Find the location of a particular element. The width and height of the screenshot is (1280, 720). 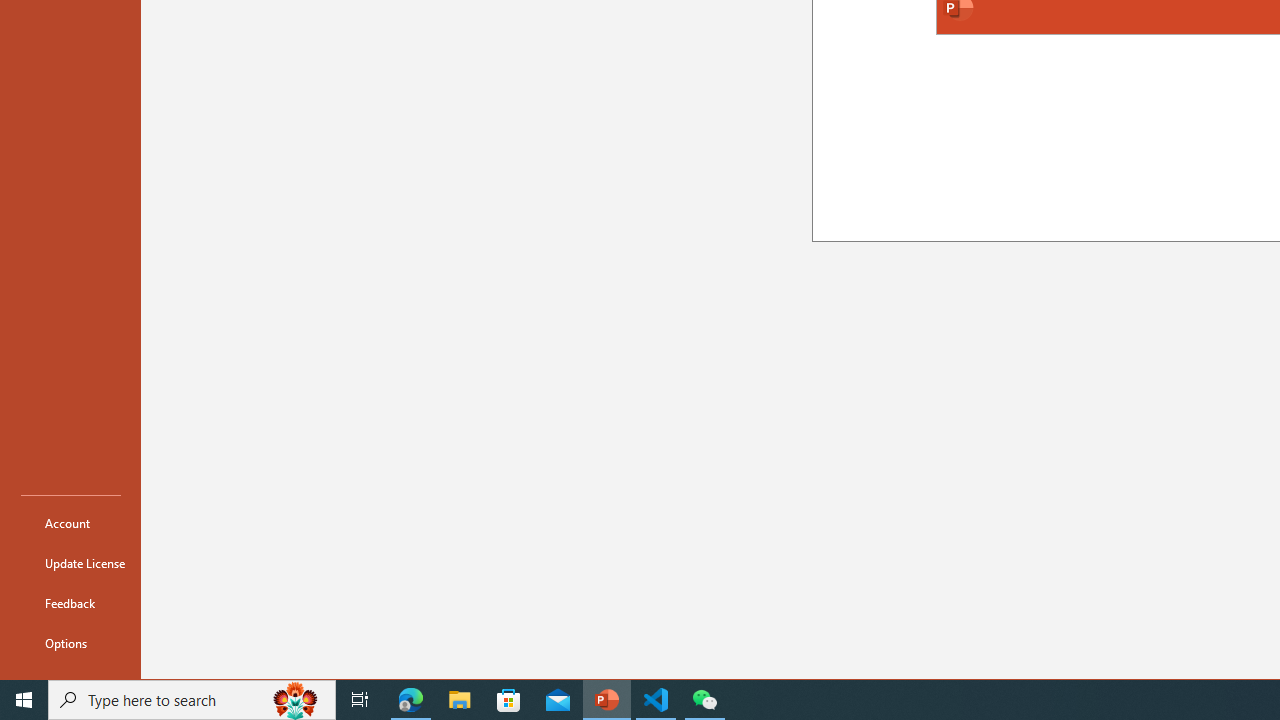

'Microsoft Store' is located at coordinates (509, 698).